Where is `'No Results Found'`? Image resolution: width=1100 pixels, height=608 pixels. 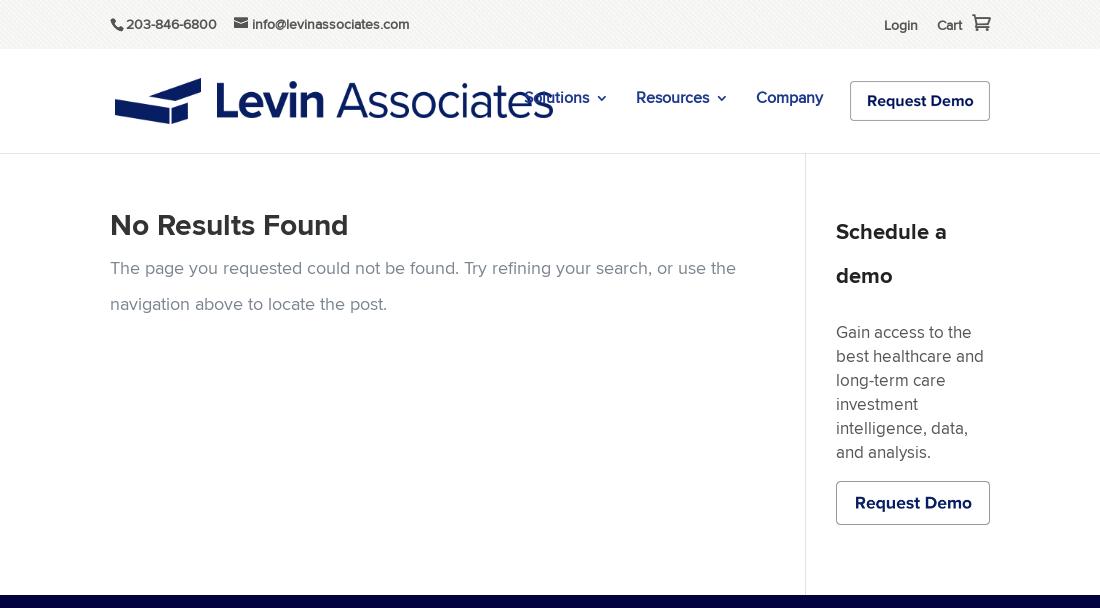 'No Results Found' is located at coordinates (110, 224).